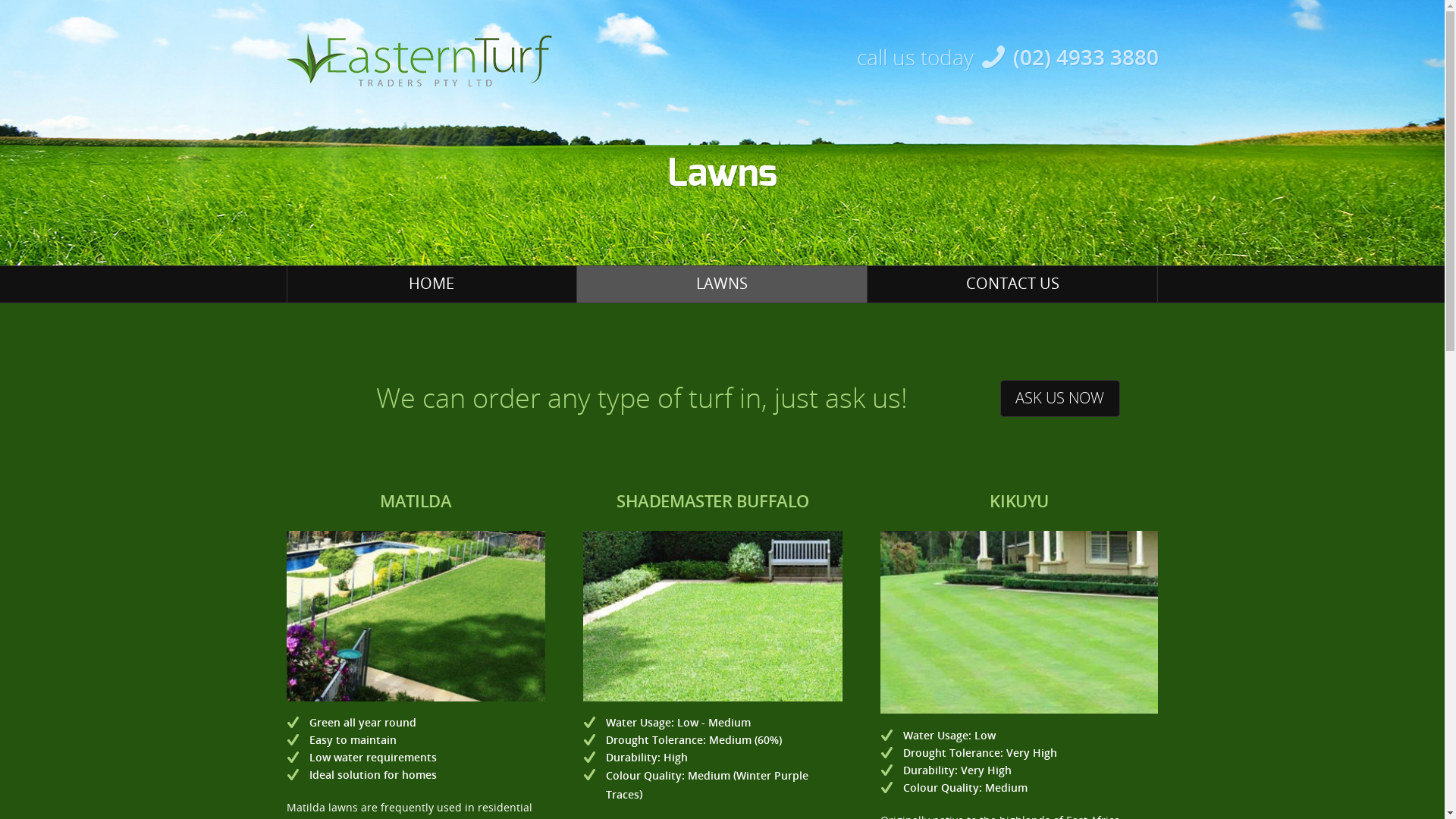  Describe the element at coordinates (1084, 55) in the screenshot. I see `'(02) 4933 3880'` at that location.